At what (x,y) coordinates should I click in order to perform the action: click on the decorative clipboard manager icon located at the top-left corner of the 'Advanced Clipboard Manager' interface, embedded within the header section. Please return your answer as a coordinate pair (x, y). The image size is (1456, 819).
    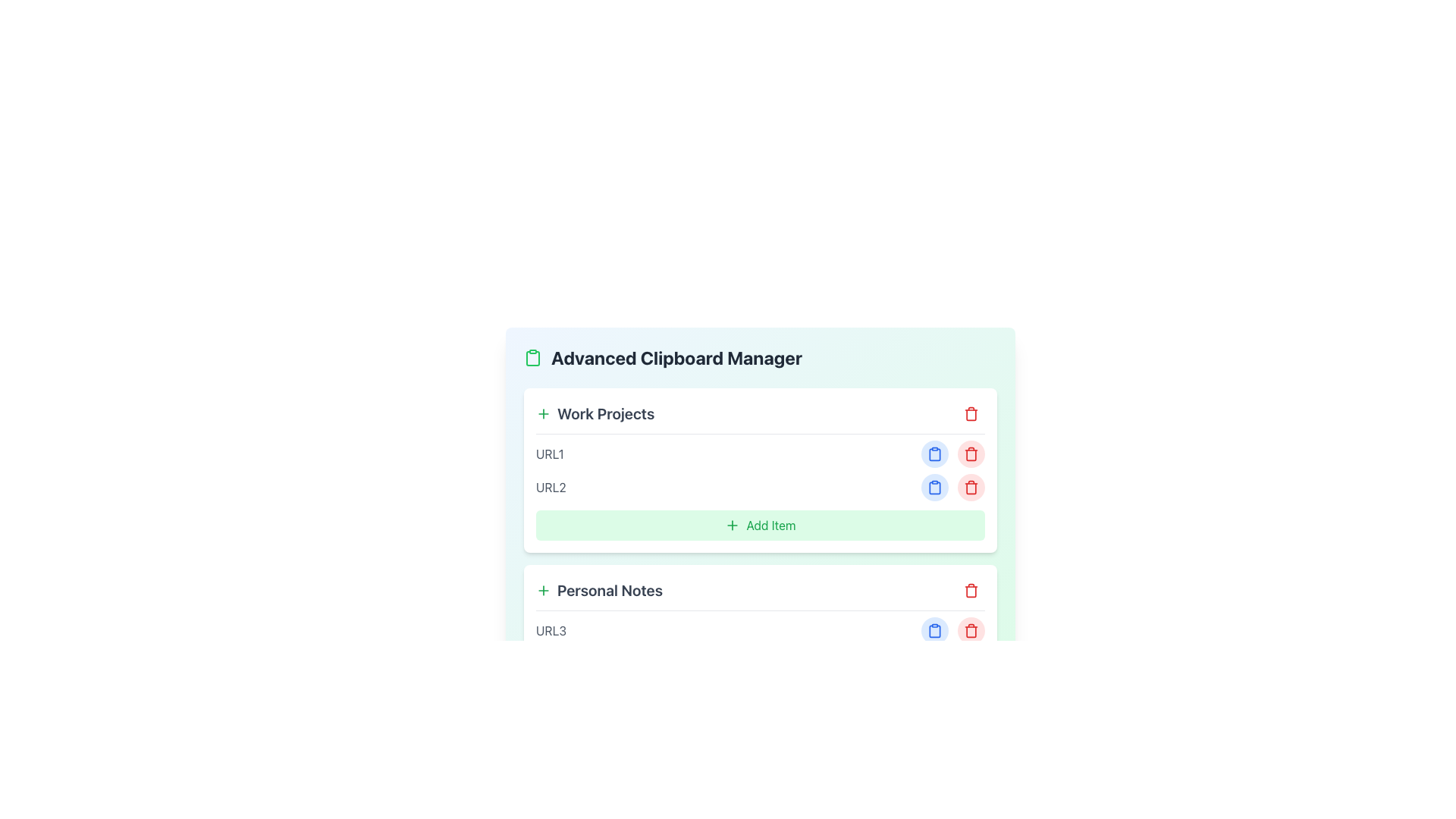
    Looking at the image, I should click on (532, 359).